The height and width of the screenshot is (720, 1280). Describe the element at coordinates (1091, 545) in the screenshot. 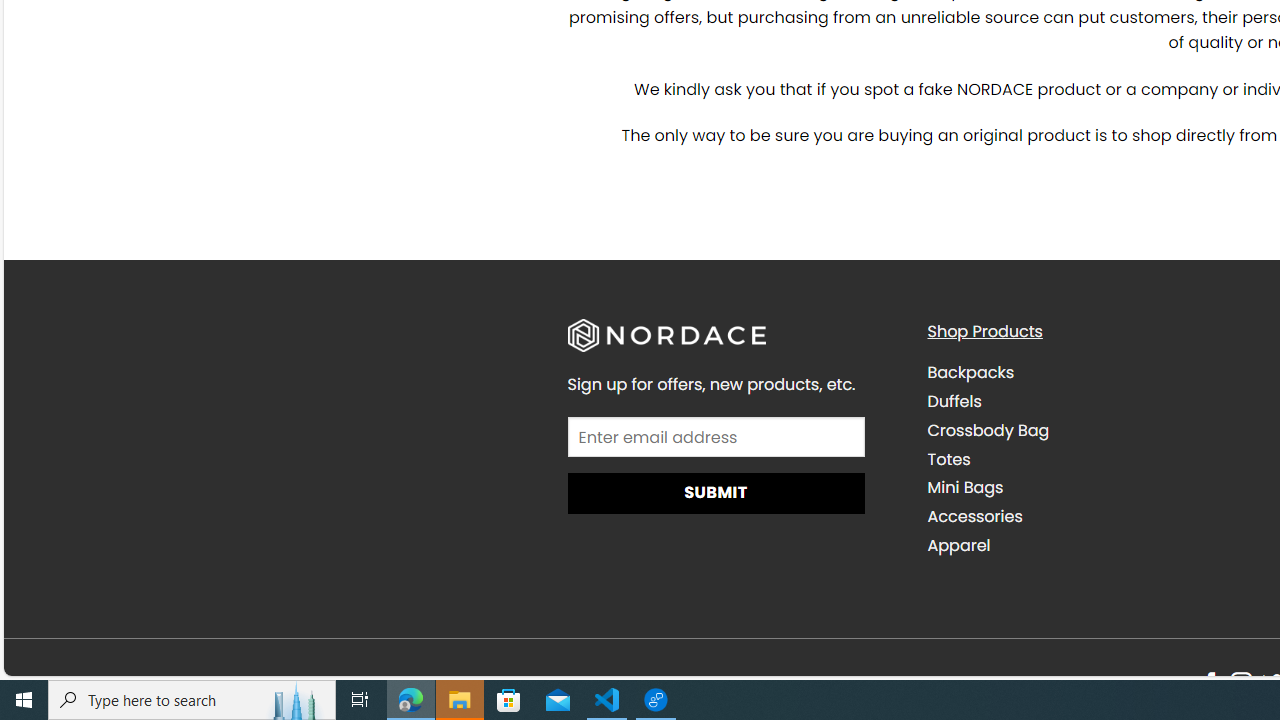

I see `'Apparel'` at that location.